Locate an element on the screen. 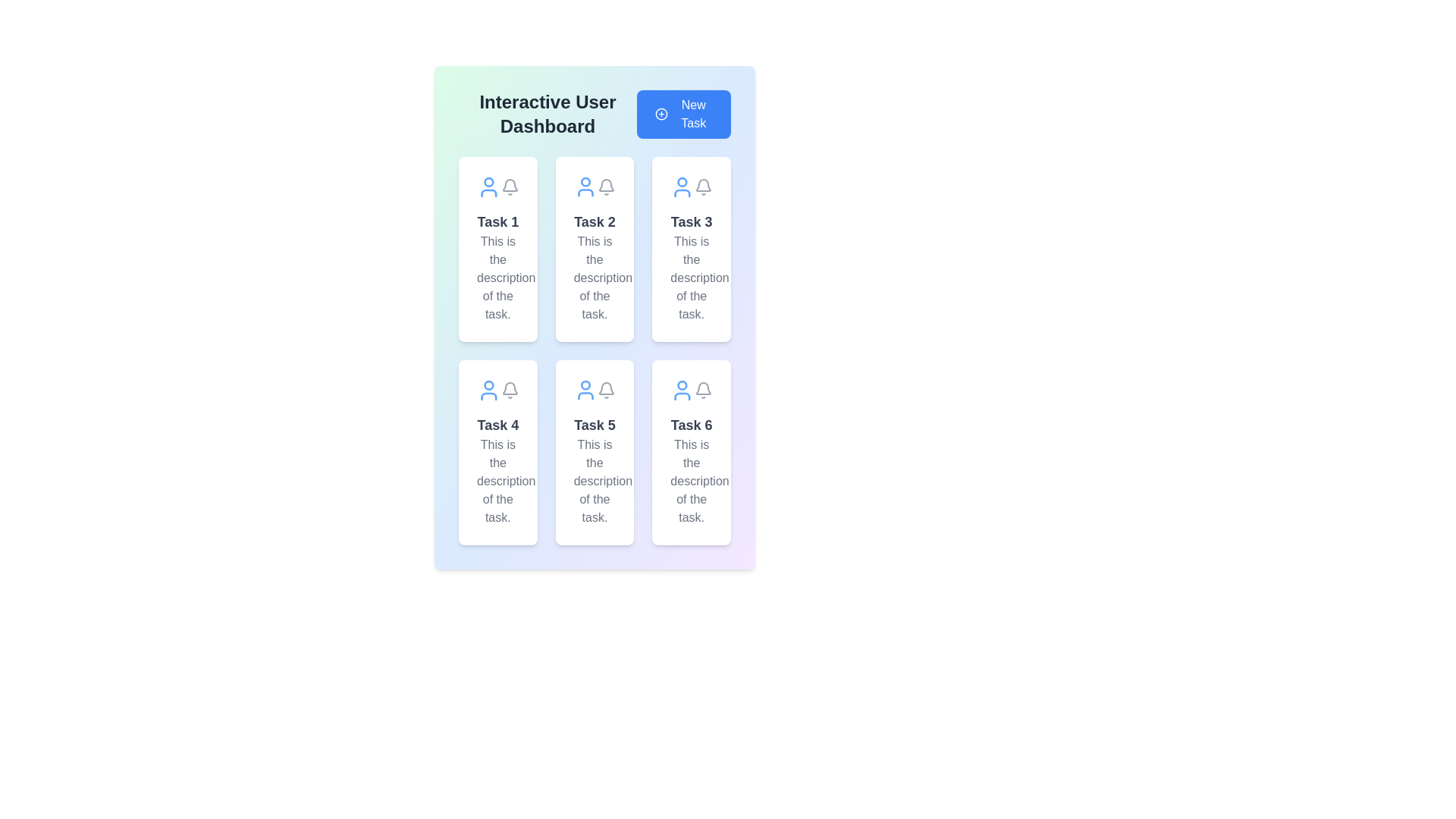 This screenshot has width=1456, height=819. the gray bell icon indicating notifications located in the second column under 'Task 2' is located at coordinates (607, 186).